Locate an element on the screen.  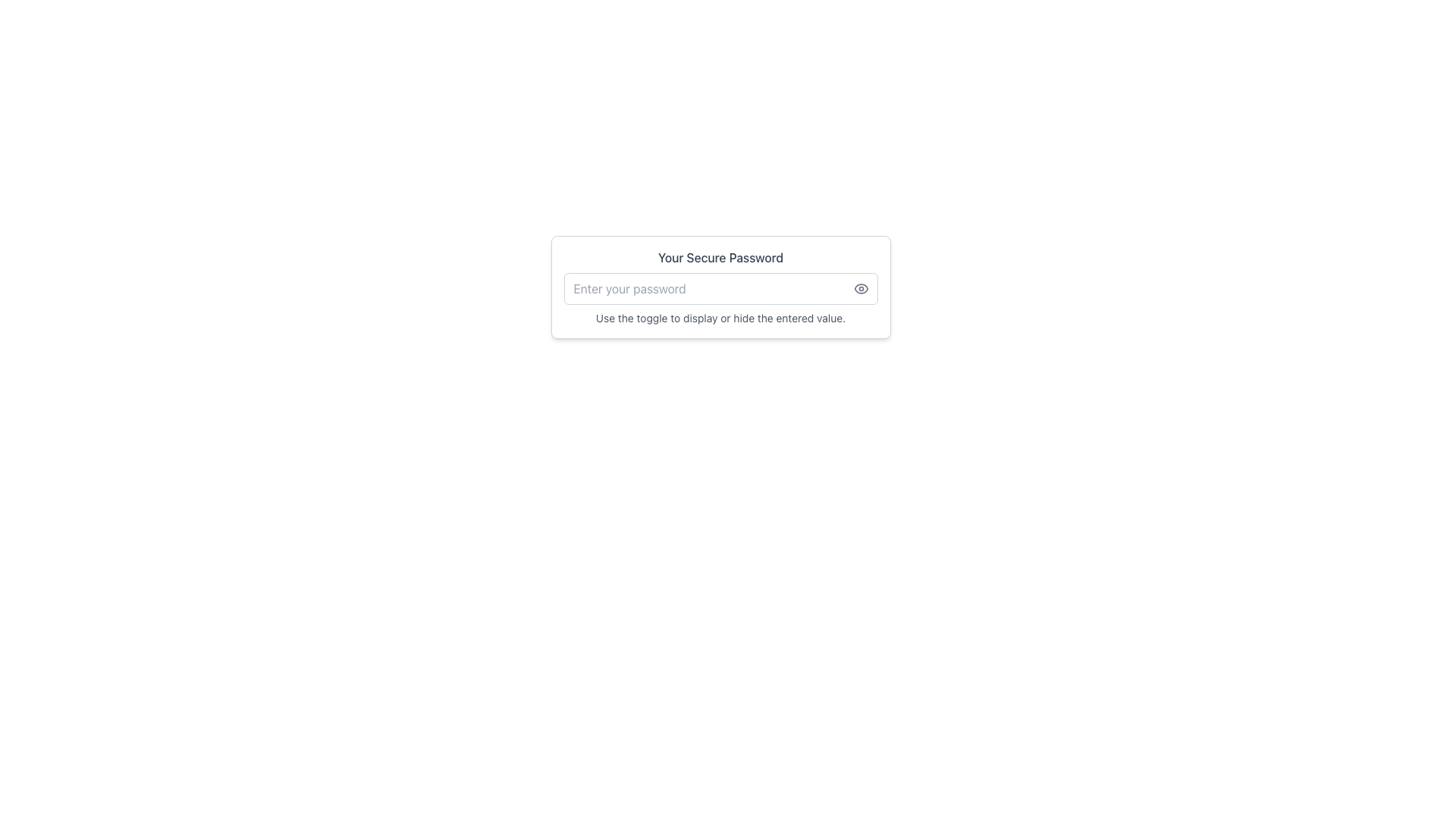
the eye-shaped icon located within the button at the right end of the password input field is located at coordinates (861, 289).